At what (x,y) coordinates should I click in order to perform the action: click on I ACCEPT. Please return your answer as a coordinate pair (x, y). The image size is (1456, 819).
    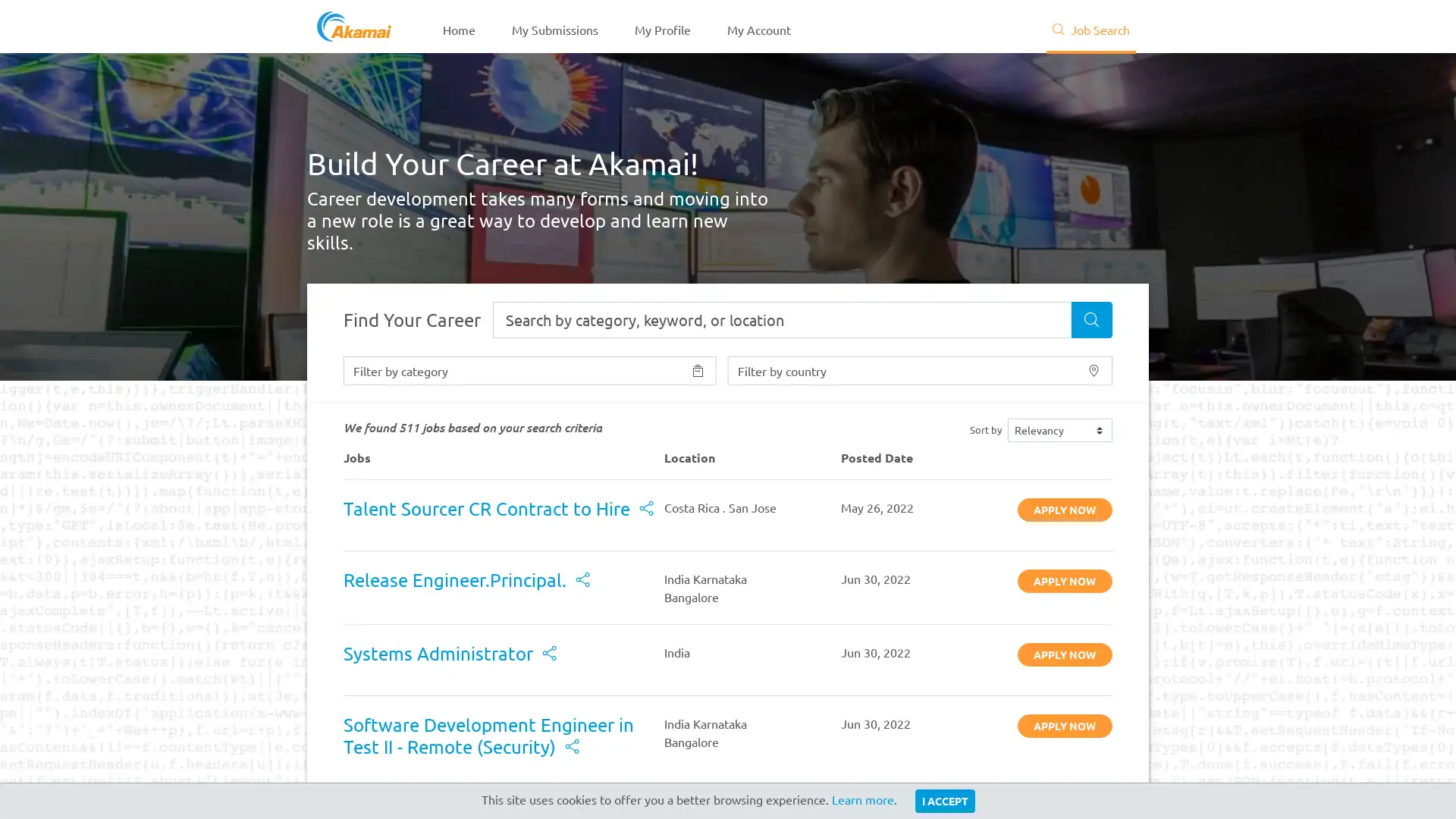
    Looking at the image, I should click on (943, 800).